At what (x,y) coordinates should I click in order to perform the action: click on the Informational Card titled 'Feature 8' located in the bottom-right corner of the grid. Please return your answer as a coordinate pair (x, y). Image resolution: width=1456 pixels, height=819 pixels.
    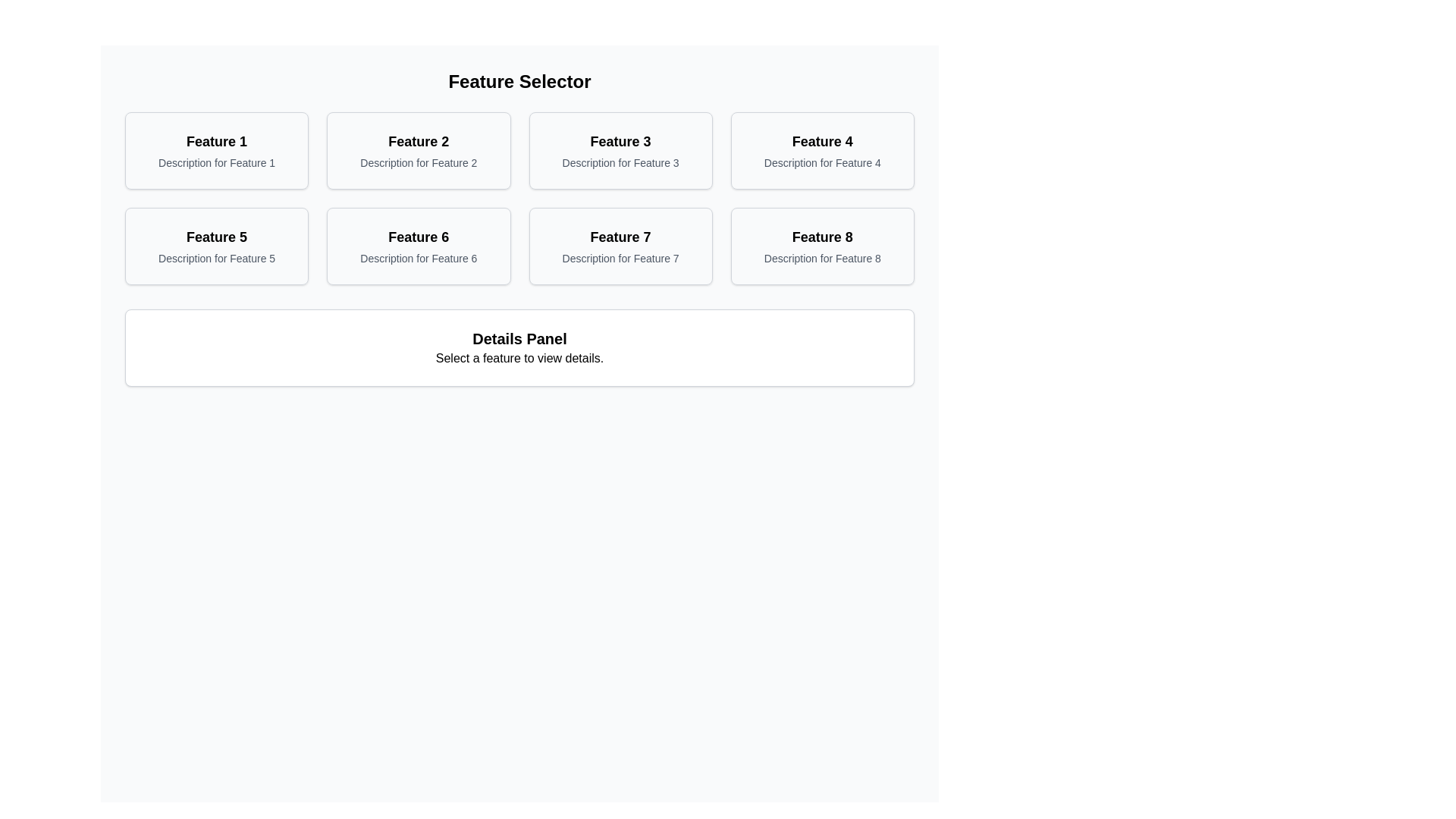
    Looking at the image, I should click on (821, 245).